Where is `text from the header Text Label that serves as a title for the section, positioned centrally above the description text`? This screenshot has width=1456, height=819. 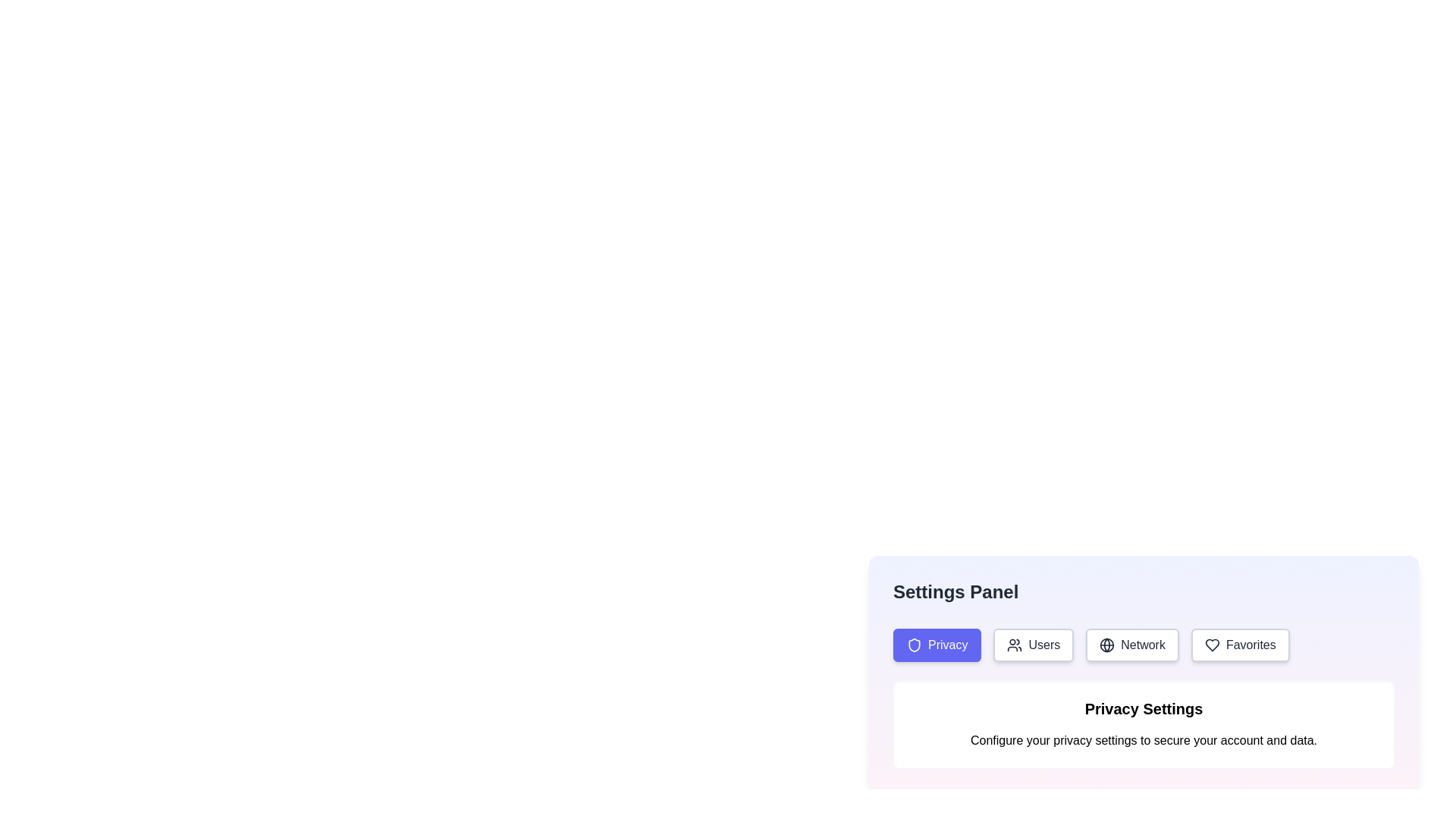 text from the header Text Label that serves as a title for the section, positioned centrally above the description text is located at coordinates (1144, 708).